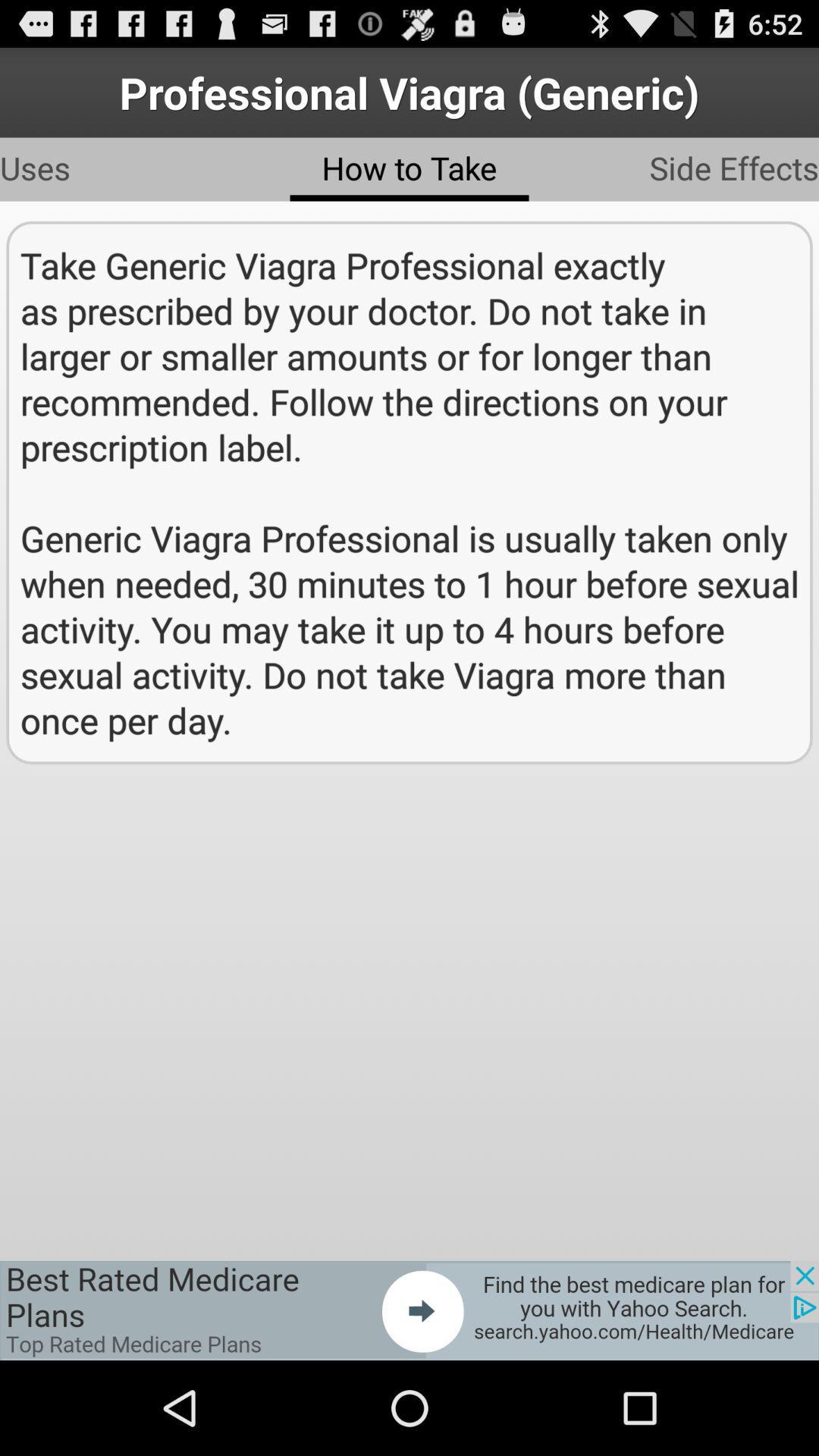 The width and height of the screenshot is (819, 1456). What do you see at coordinates (409, 1310) in the screenshot?
I see `open advertisement` at bounding box center [409, 1310].